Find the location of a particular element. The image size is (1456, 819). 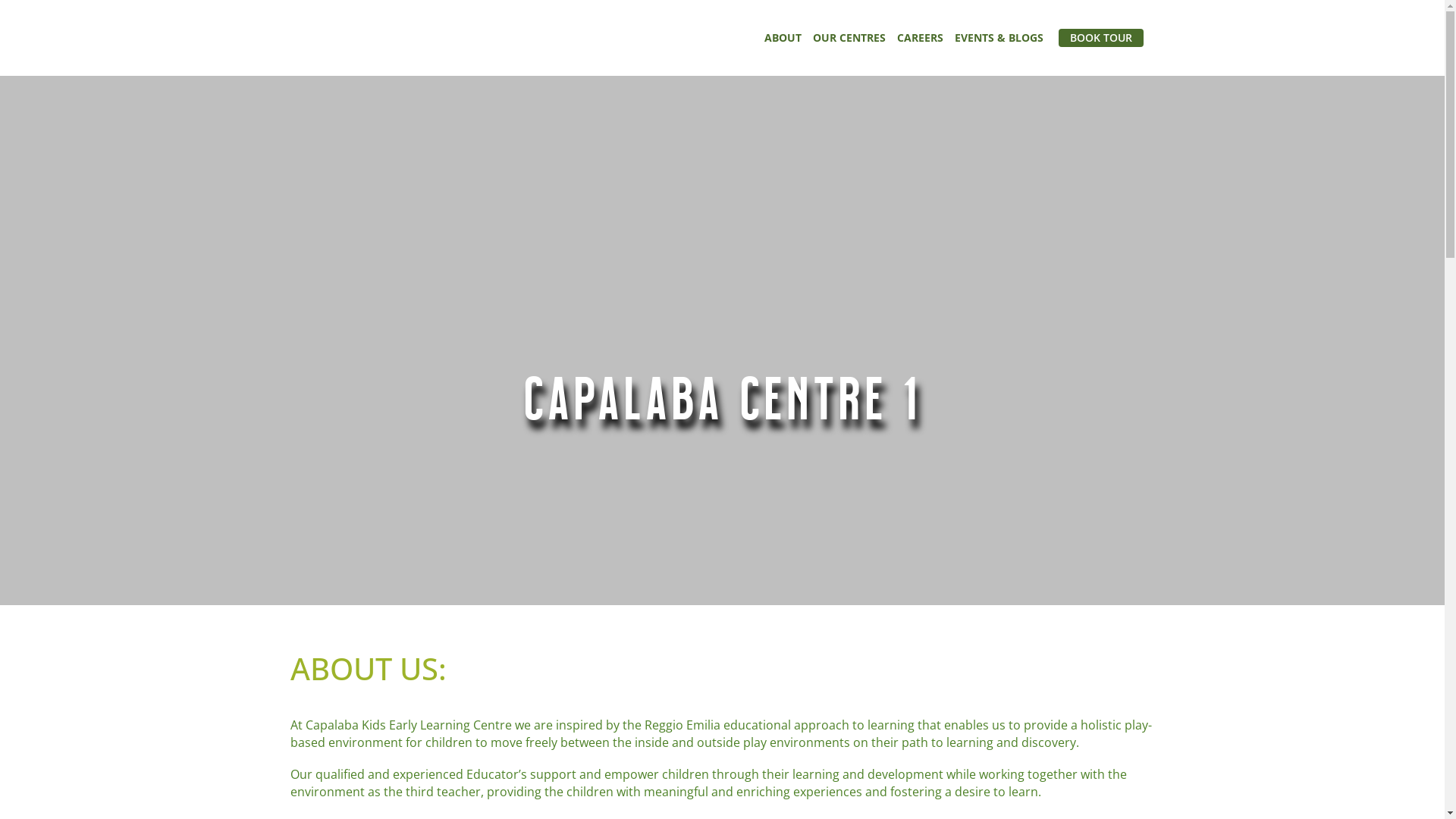

'OUR CENTRES' is located at coordinates (848, 37).